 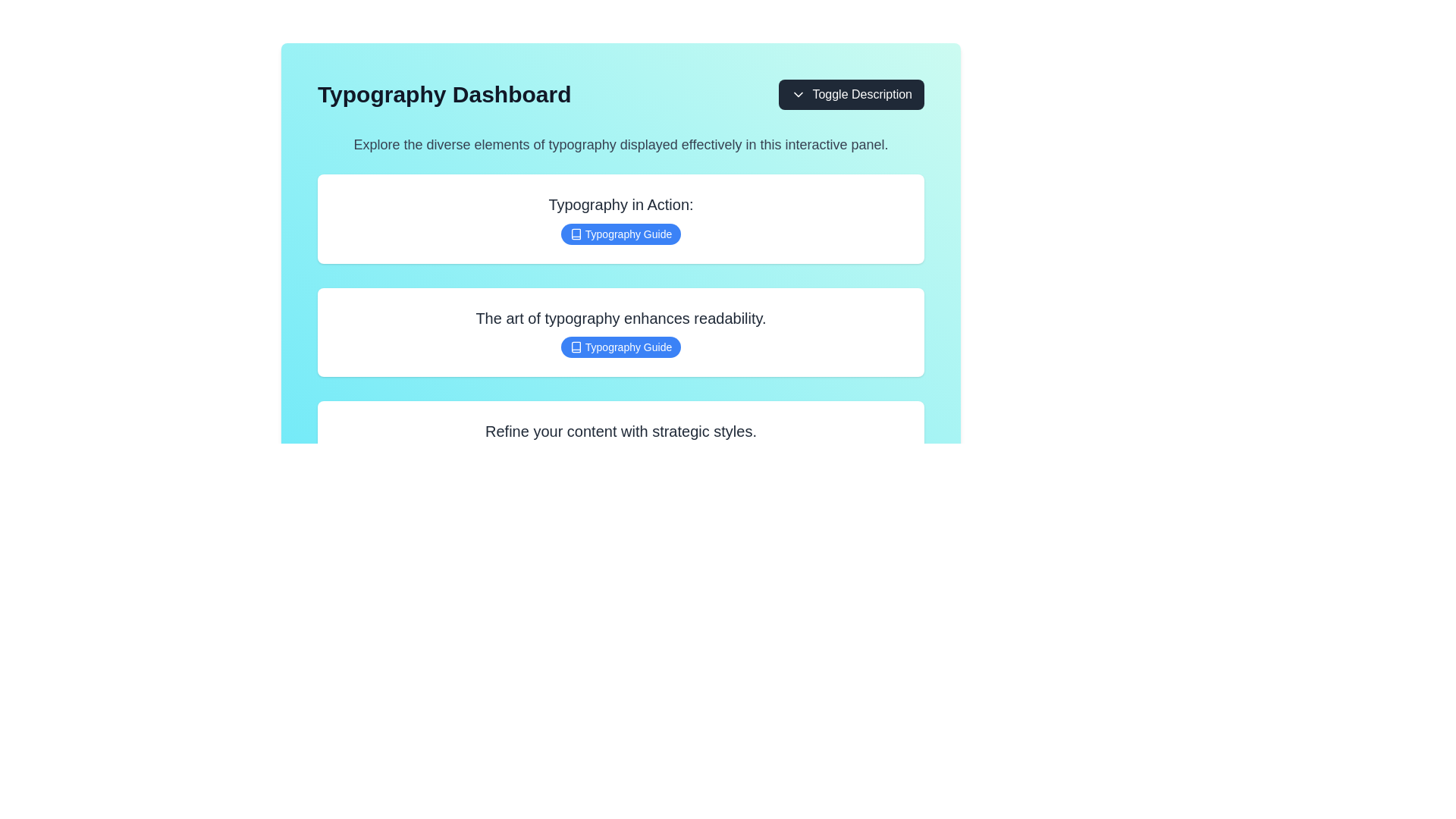 What do you see at coordinates (621, 234) in the screenshot?
I see `the button that serves as a reference or link to a guide about typography located in the 'Typography in Action:' section, positioned near the center right of the section title` at bounding box center [621, 234].